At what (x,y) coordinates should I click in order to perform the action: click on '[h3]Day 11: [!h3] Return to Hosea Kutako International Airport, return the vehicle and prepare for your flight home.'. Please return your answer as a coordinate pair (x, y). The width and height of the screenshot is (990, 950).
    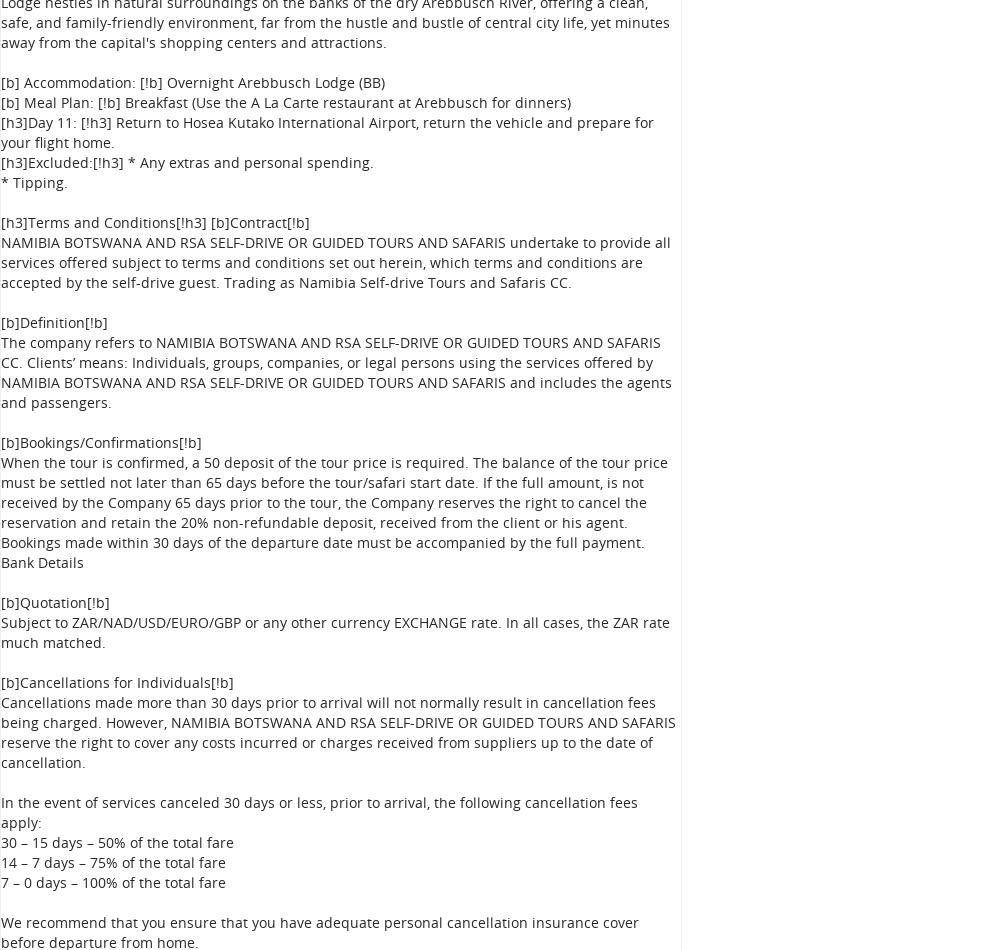
    Looking at the image, I should click on (0, 132).